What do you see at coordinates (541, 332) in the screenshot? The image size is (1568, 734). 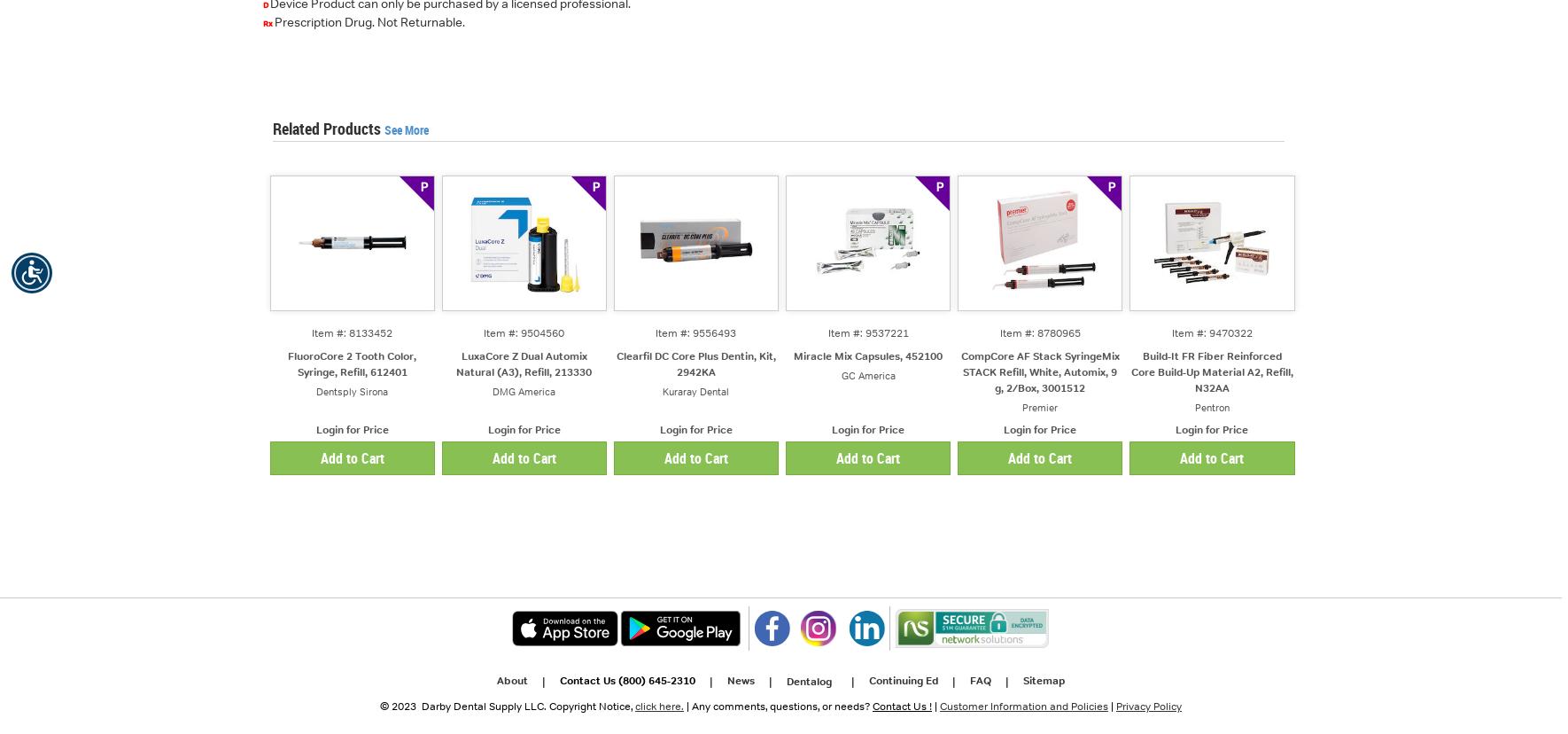 I see `'9504560'` at bounding box center [541, 332].